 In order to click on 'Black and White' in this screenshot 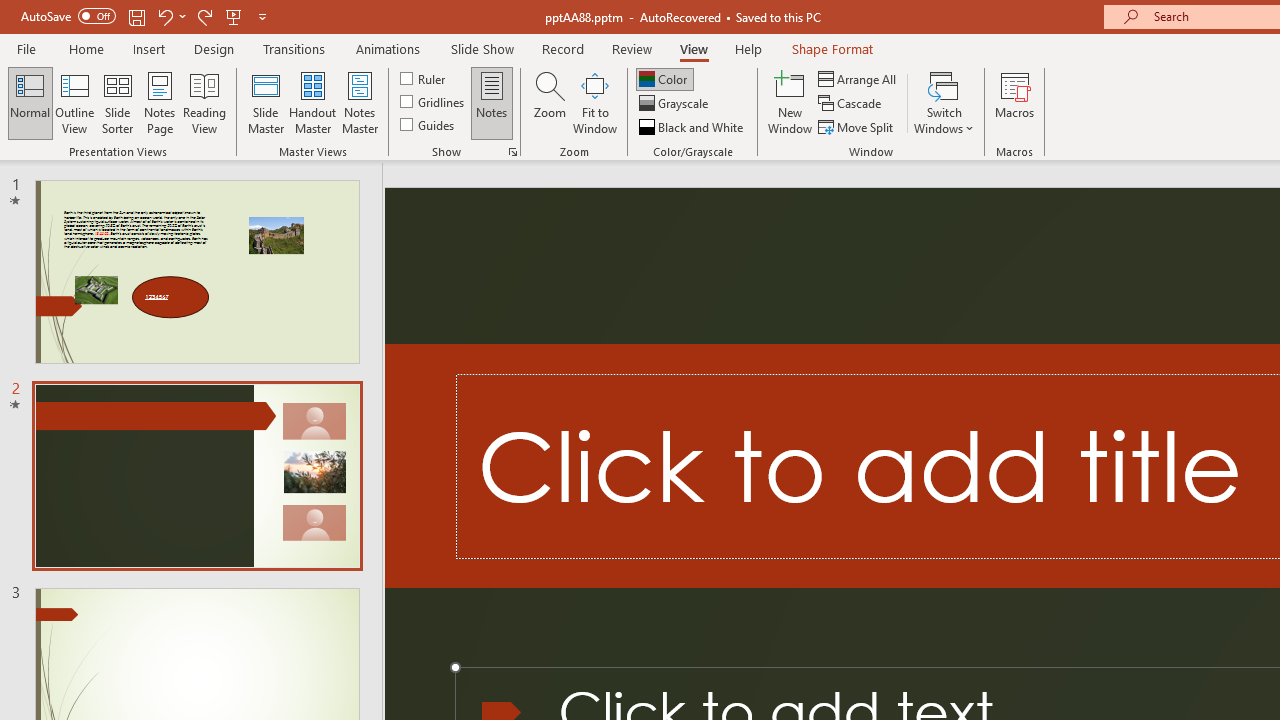, I will do `click(693, 127)`.